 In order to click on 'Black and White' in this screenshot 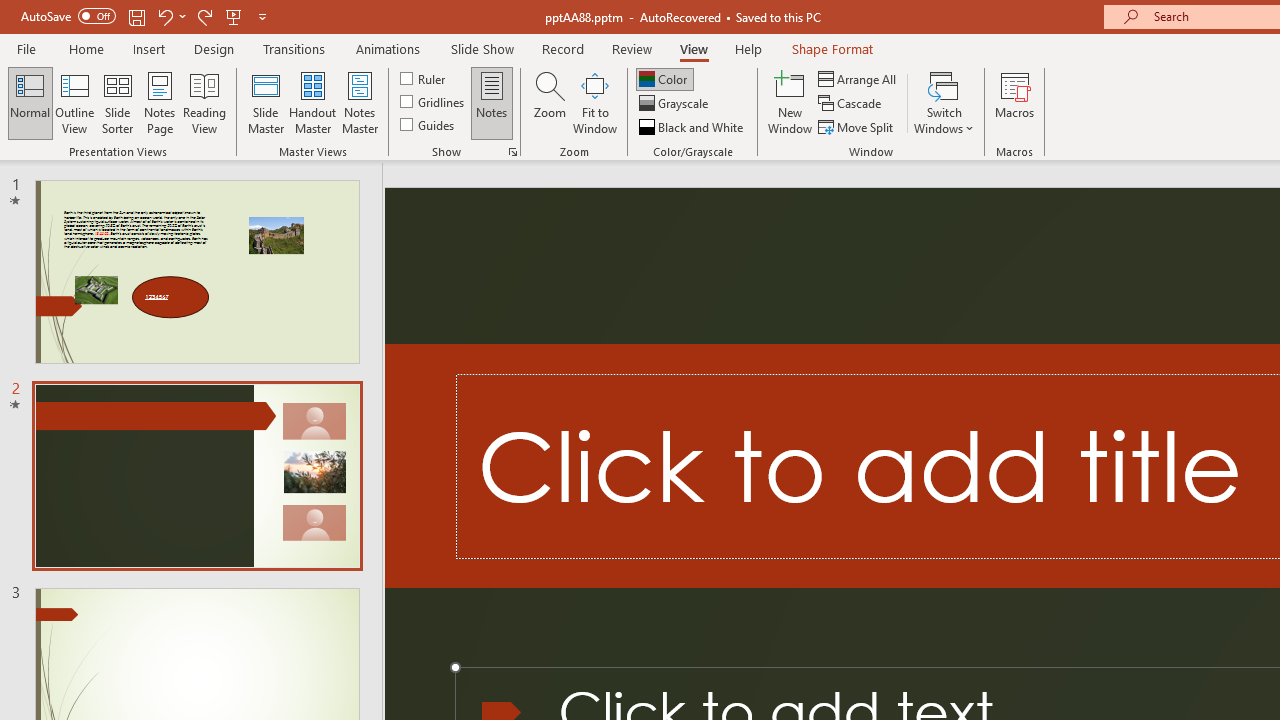, I will do `click(693, 127)`.